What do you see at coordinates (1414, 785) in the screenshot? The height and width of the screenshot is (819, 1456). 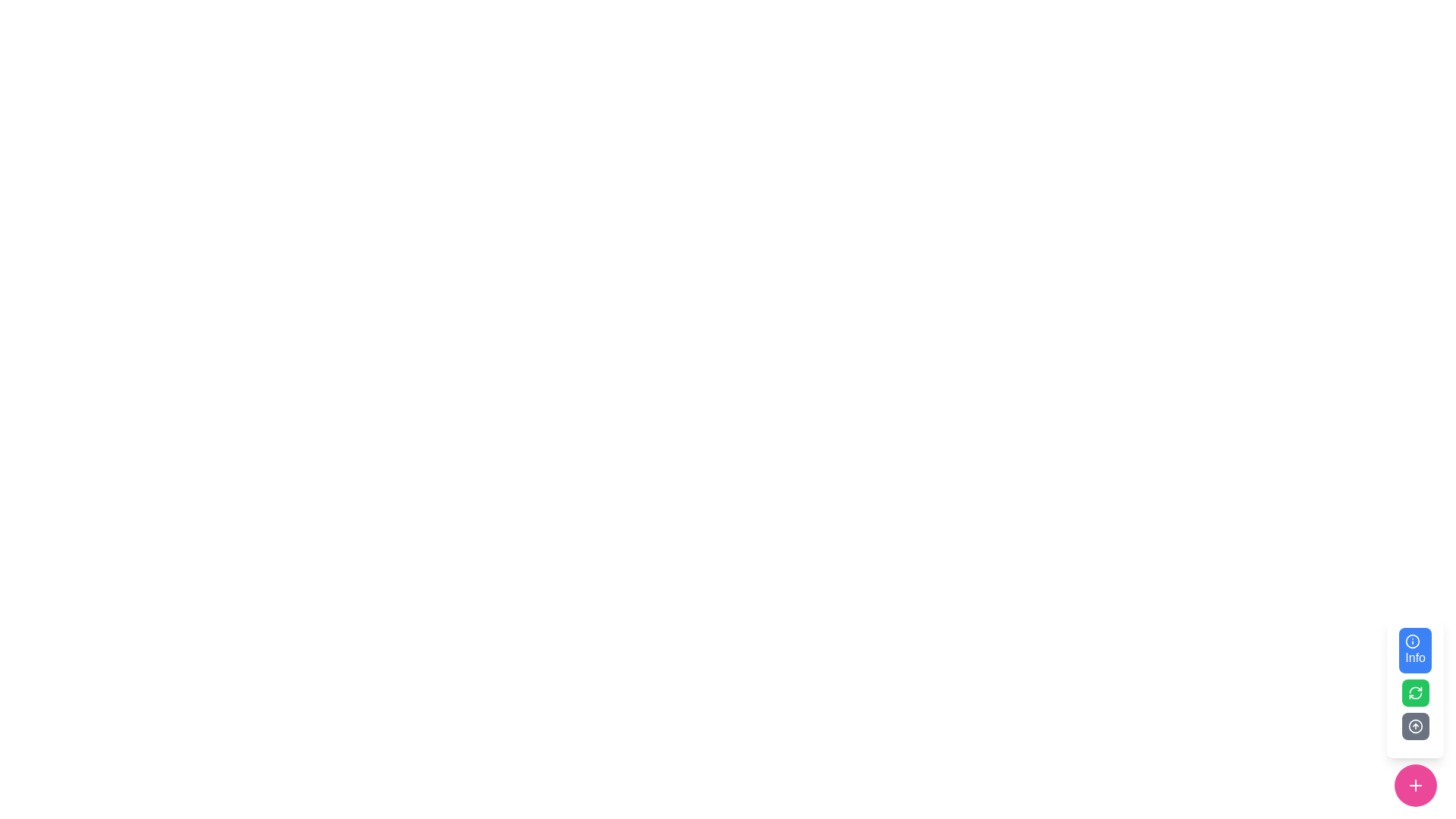 I see `the circular pink button with a white '+' symbol located at the bottom-right corner of the interface` at bounding box center [1414, 785].